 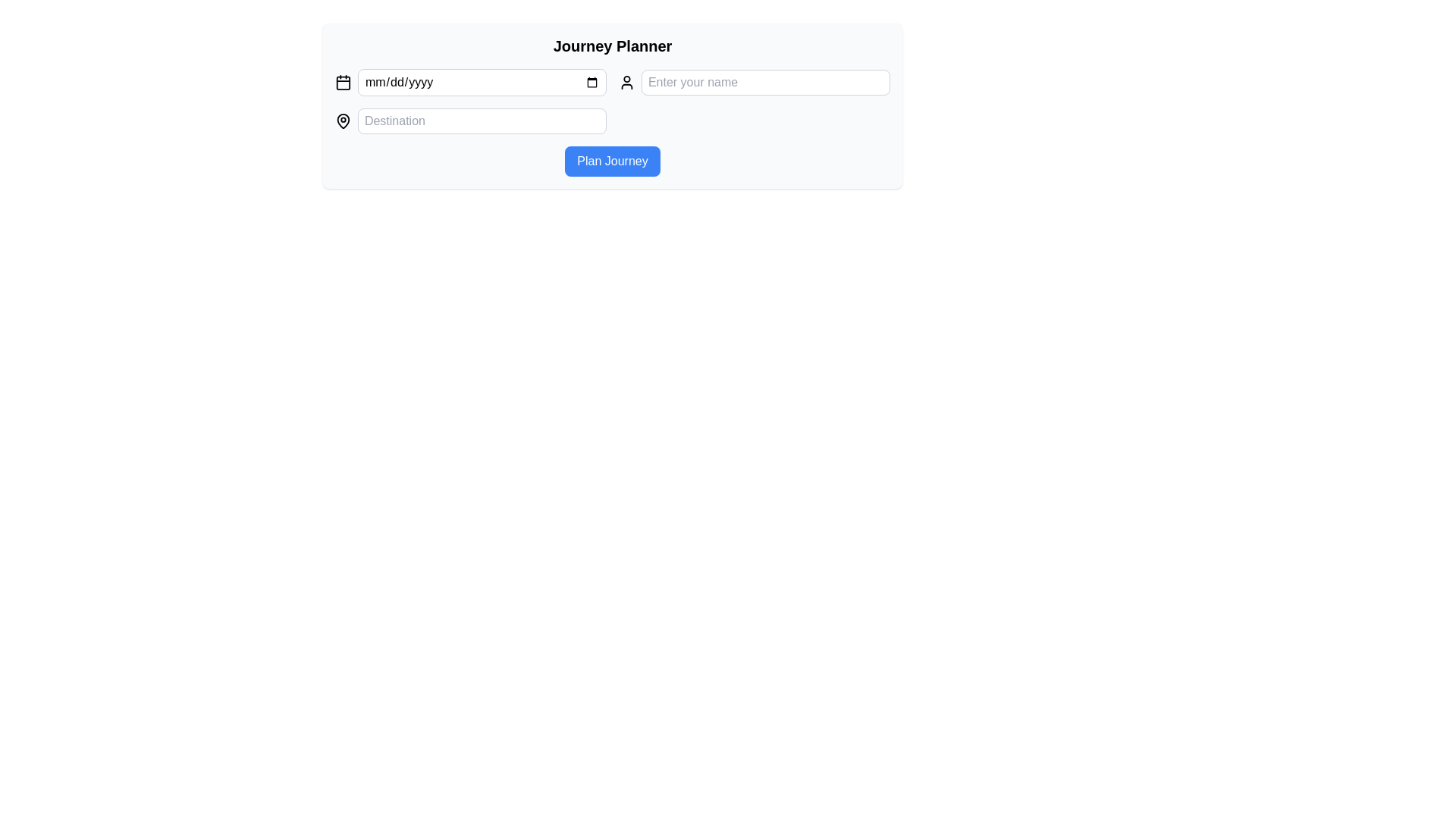 I want to click on the user profile icon located to the left of the 'Enter your name' input field for its indicative purpose, so click(x=626, y=82).